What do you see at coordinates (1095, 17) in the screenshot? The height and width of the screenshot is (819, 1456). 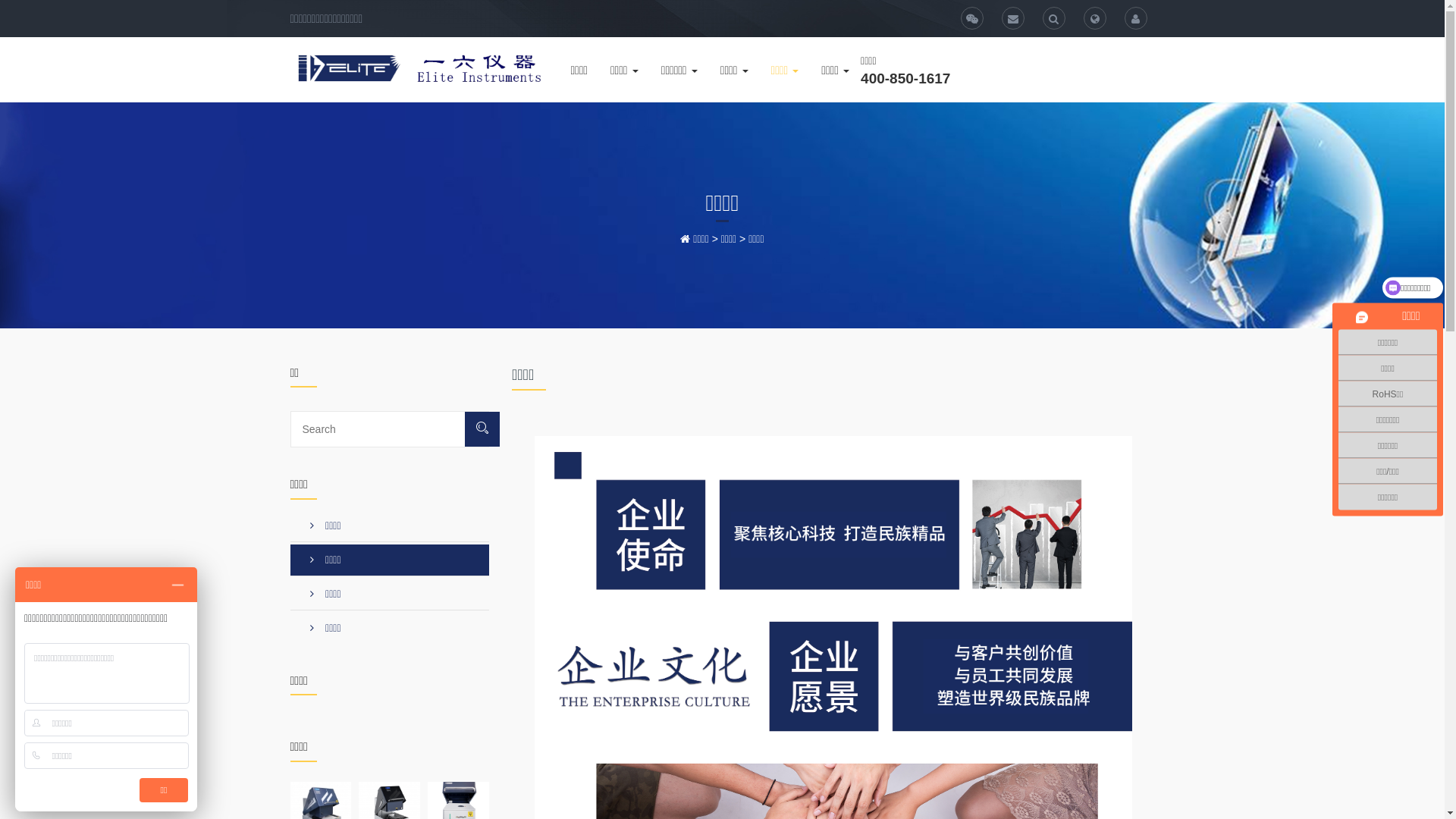 I see `'Toggle Search'` at bounding box center [1095, 17].